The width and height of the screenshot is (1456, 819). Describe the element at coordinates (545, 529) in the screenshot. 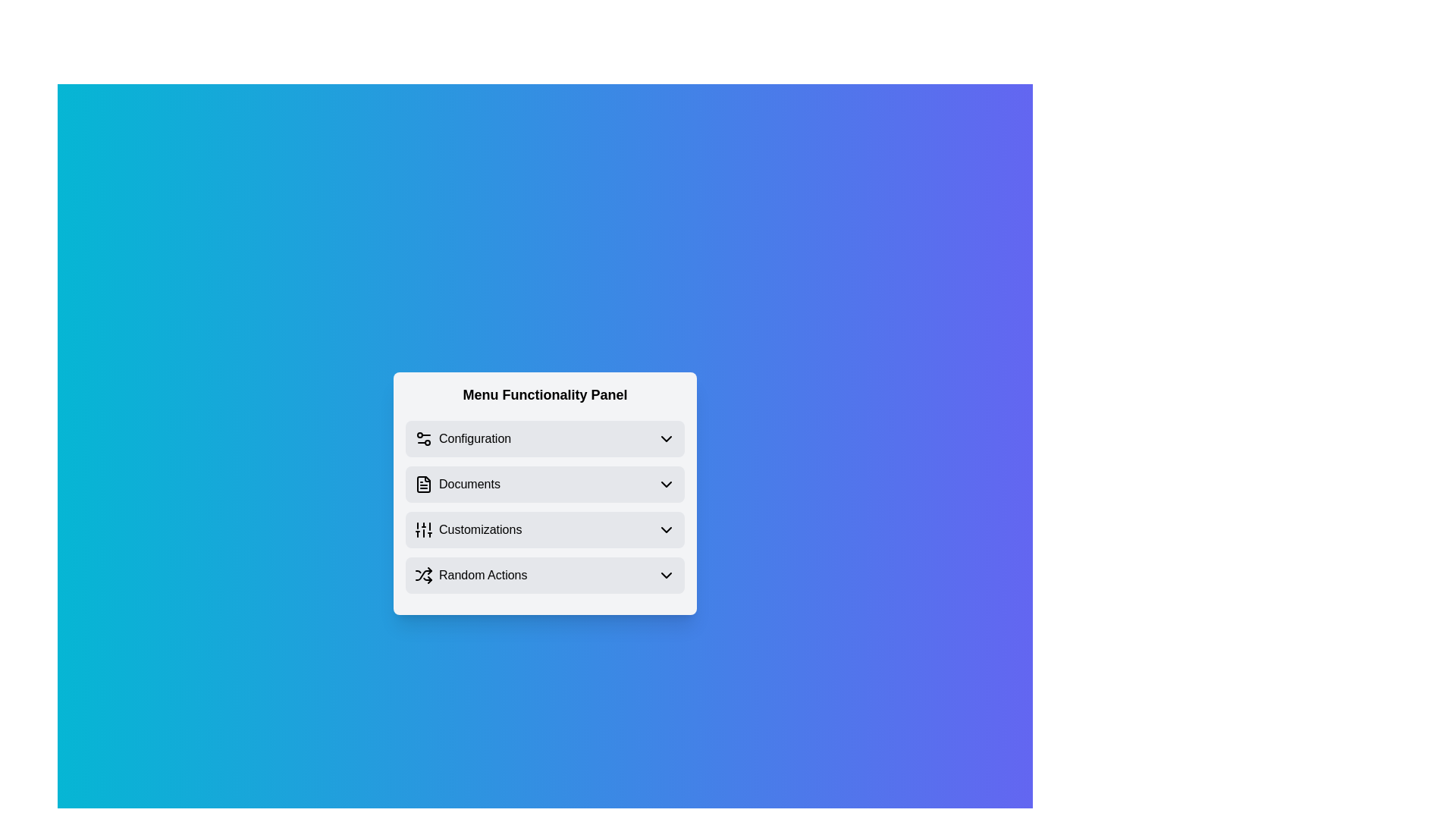

I see `the menu item Customizations to observe its hover effect` at that location.